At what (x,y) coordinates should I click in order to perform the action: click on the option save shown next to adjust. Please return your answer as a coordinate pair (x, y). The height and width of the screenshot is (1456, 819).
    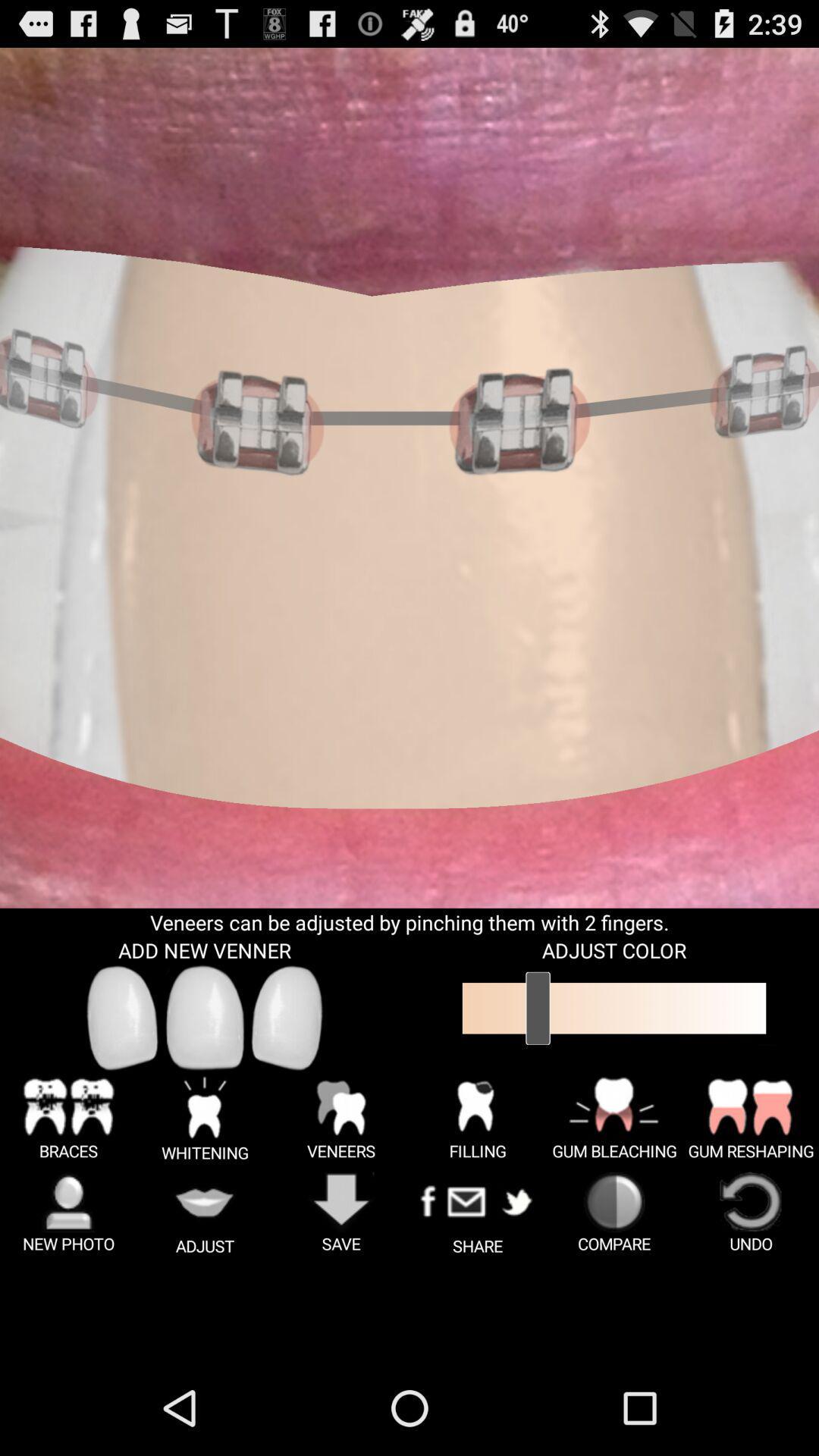
    Looking at the image, I should click on (341, 1213).